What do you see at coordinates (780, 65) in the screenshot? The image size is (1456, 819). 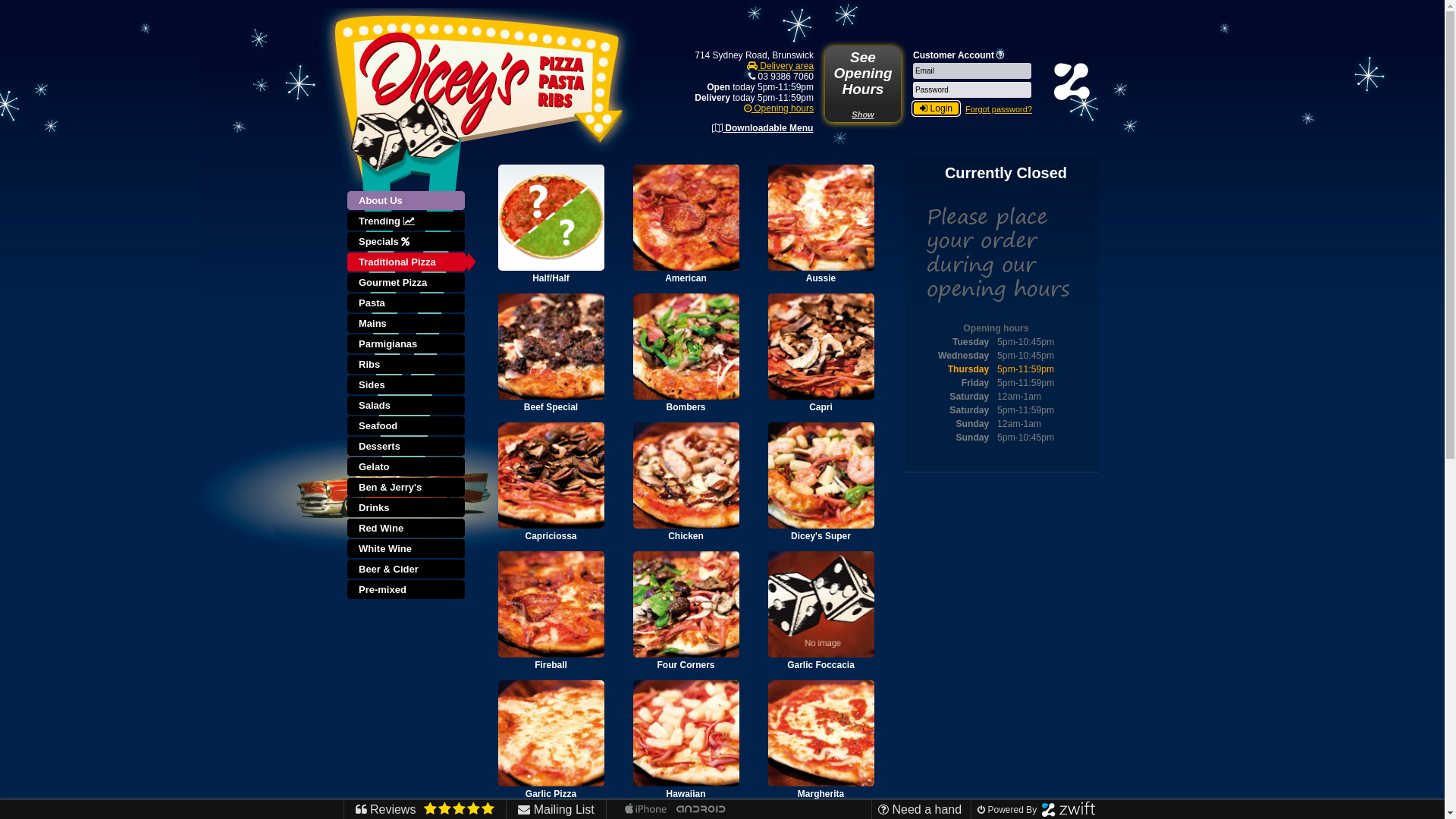 I see `'Delivery area'` at bounding box center [780, 65].